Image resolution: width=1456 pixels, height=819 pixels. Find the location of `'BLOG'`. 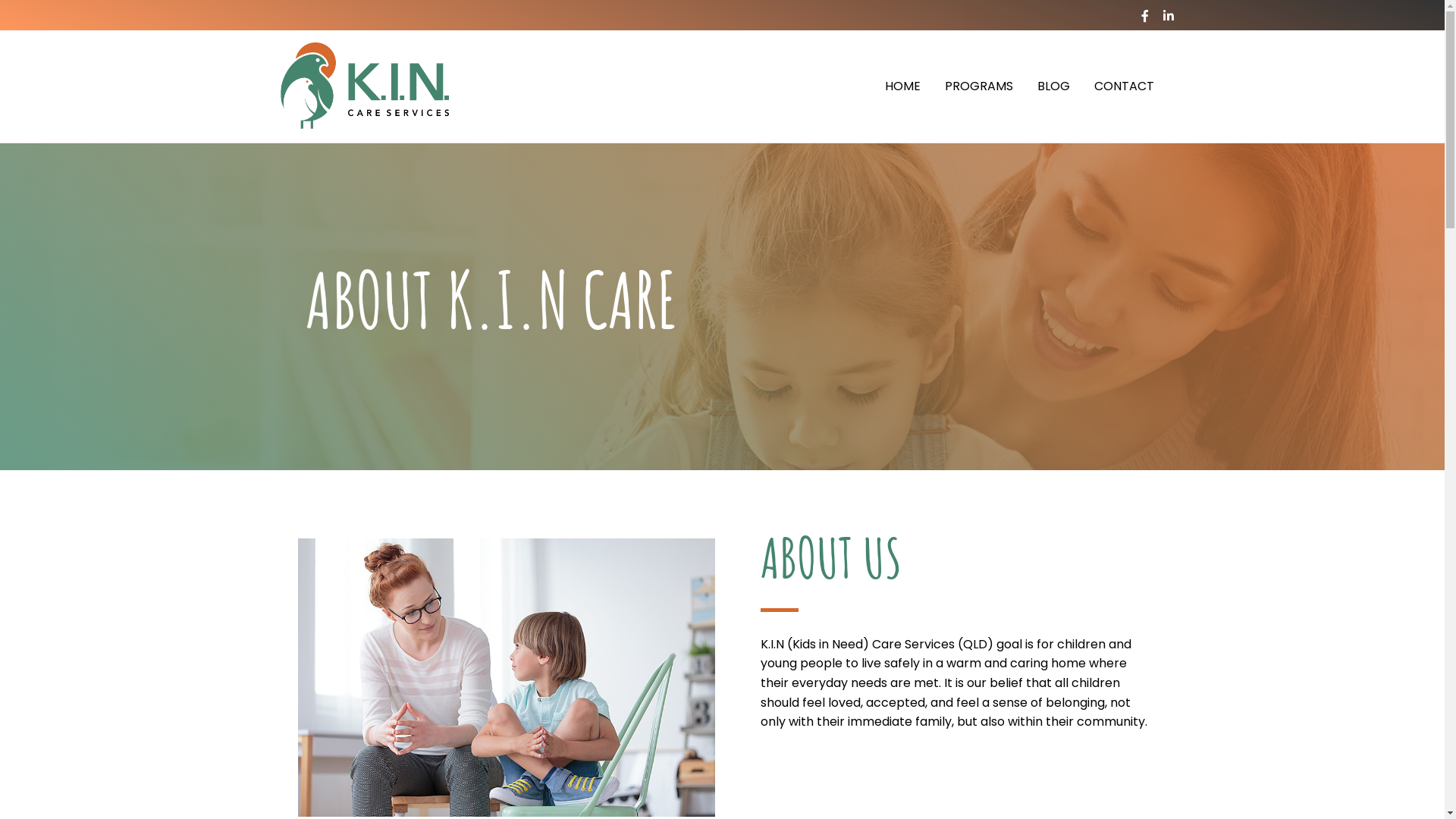

'BLOG' is located at coordinates (1053, 86).